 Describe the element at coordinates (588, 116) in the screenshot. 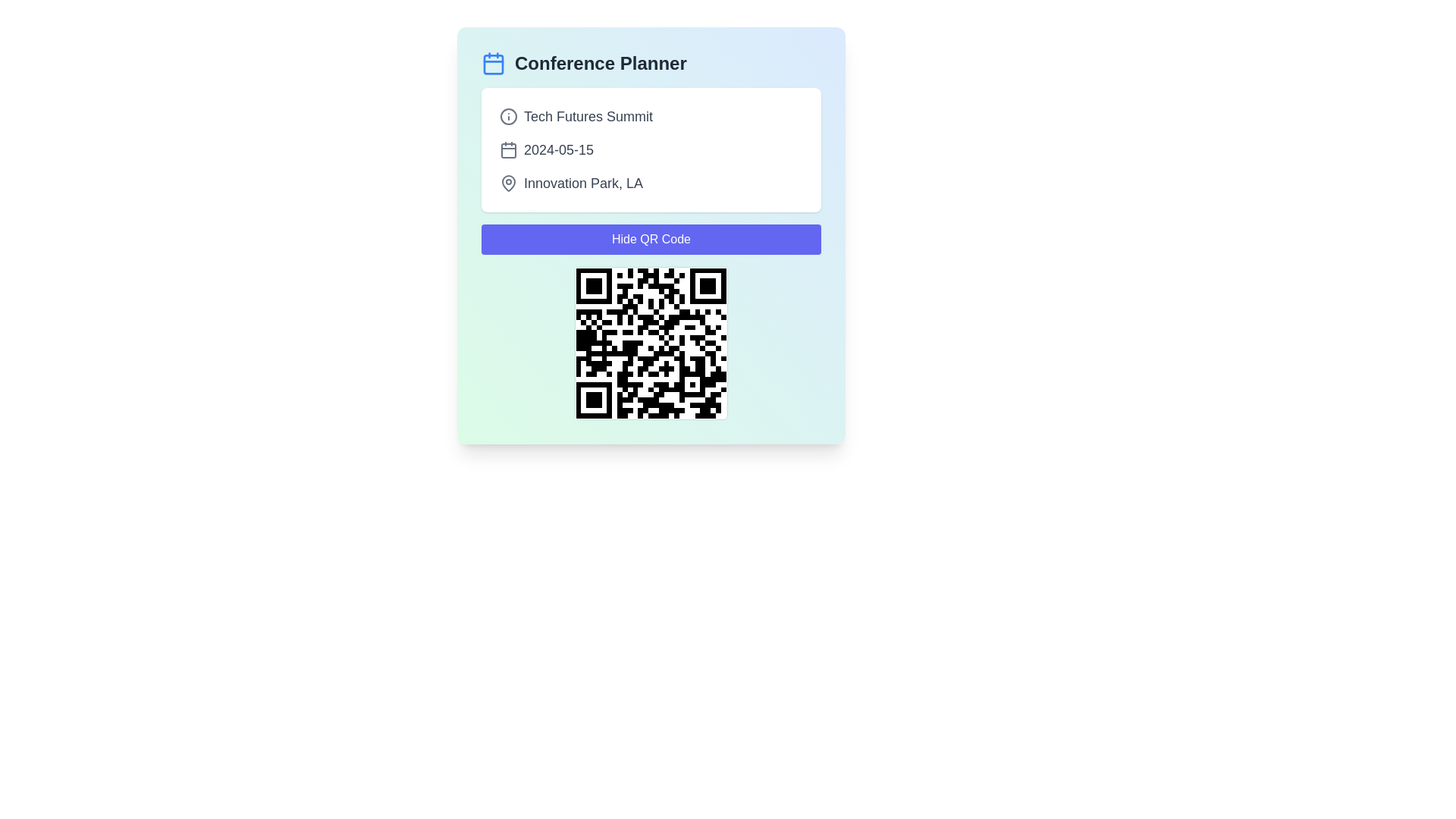

I see `the Text Display showing 'Tech Futures Summit' in bold gray text, located within the 'Conference Planner' panel` at that location.